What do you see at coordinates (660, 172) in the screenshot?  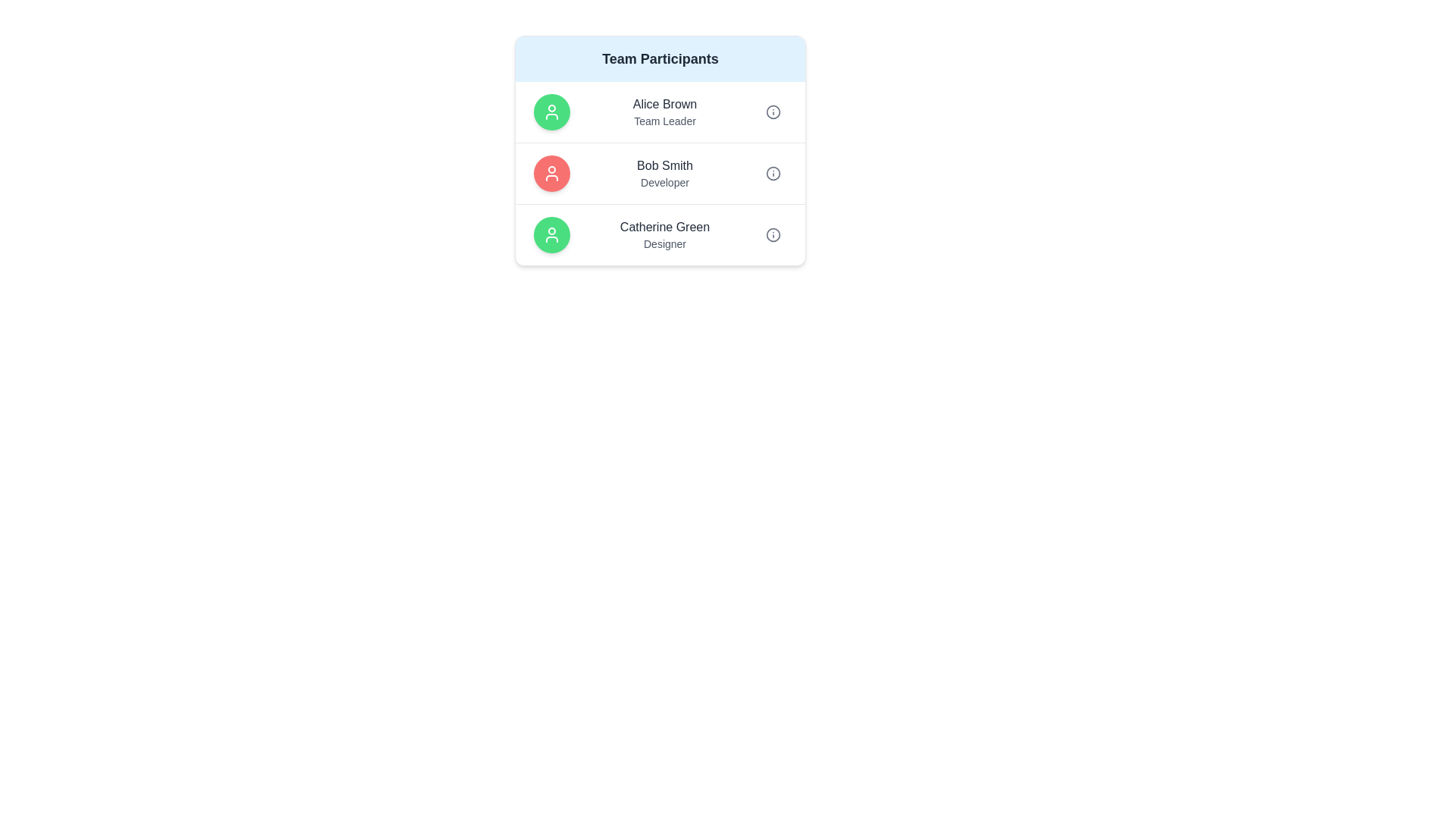 I see `the name of the second participant` at bounding box center [660, 172].